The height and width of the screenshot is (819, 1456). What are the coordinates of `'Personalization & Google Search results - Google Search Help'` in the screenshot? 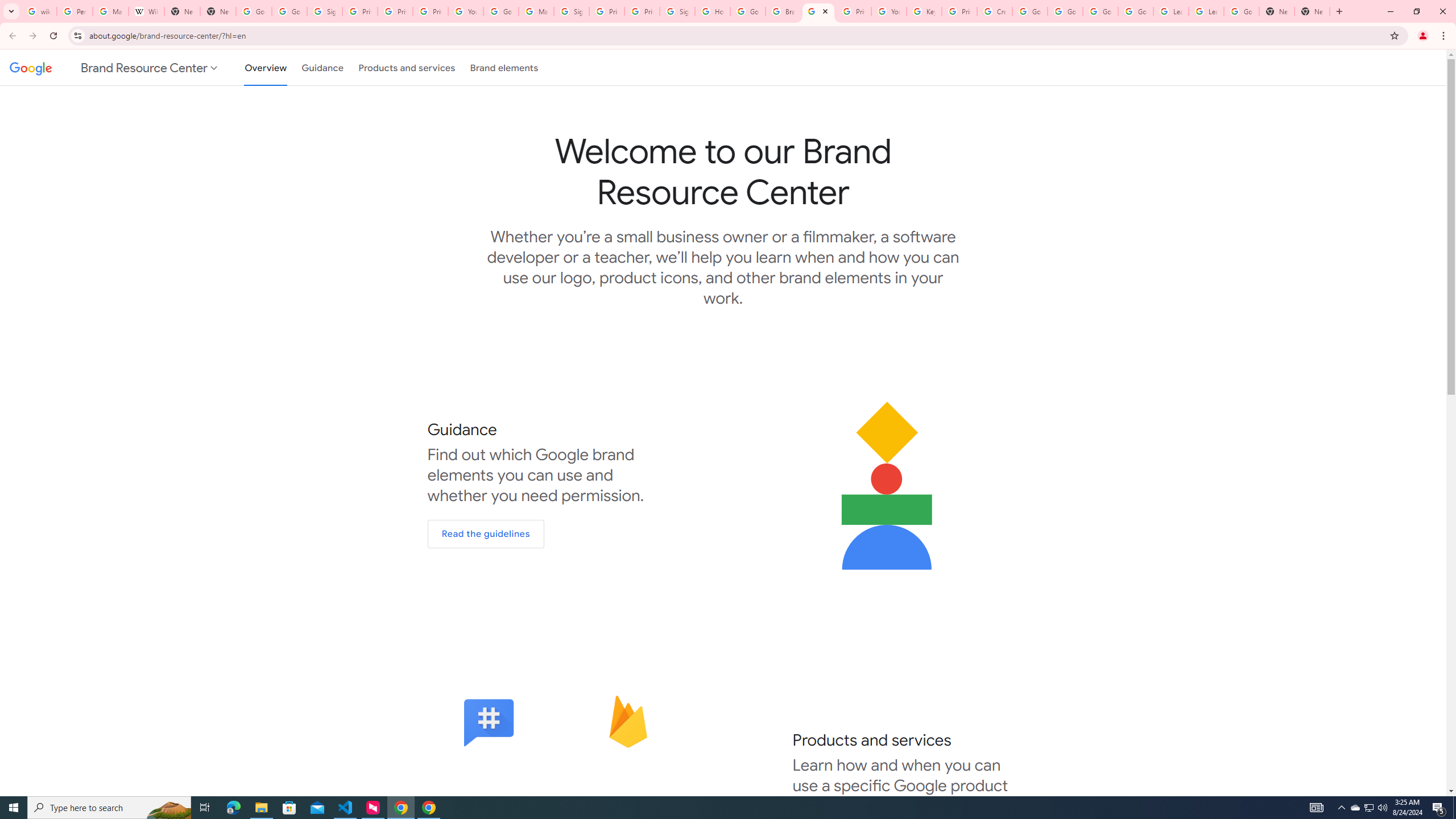 It's located at (74, 11).